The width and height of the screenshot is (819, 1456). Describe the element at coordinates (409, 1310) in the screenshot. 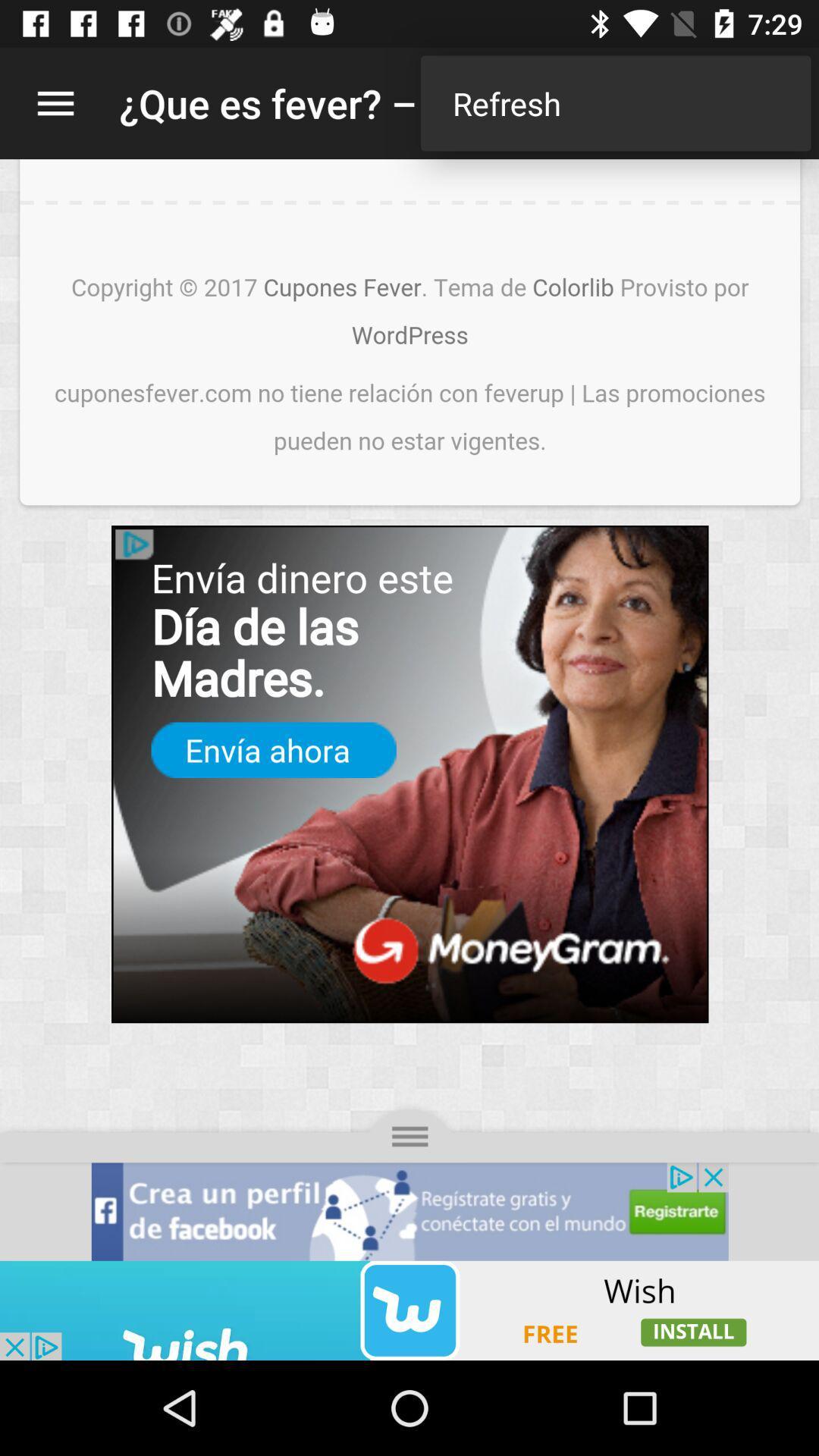

I see `advertisement` at that location.